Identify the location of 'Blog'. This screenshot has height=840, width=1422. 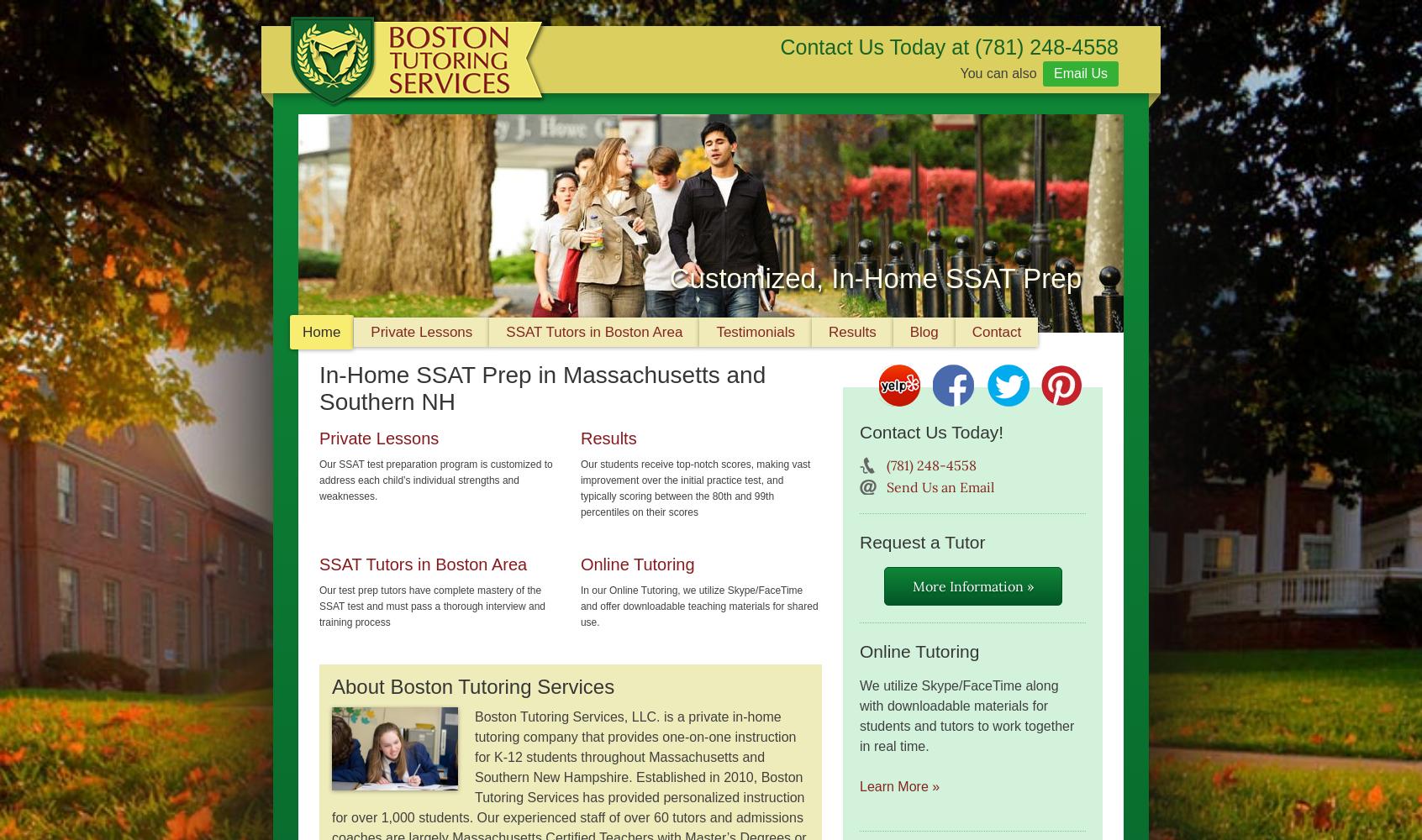
(923, 332).